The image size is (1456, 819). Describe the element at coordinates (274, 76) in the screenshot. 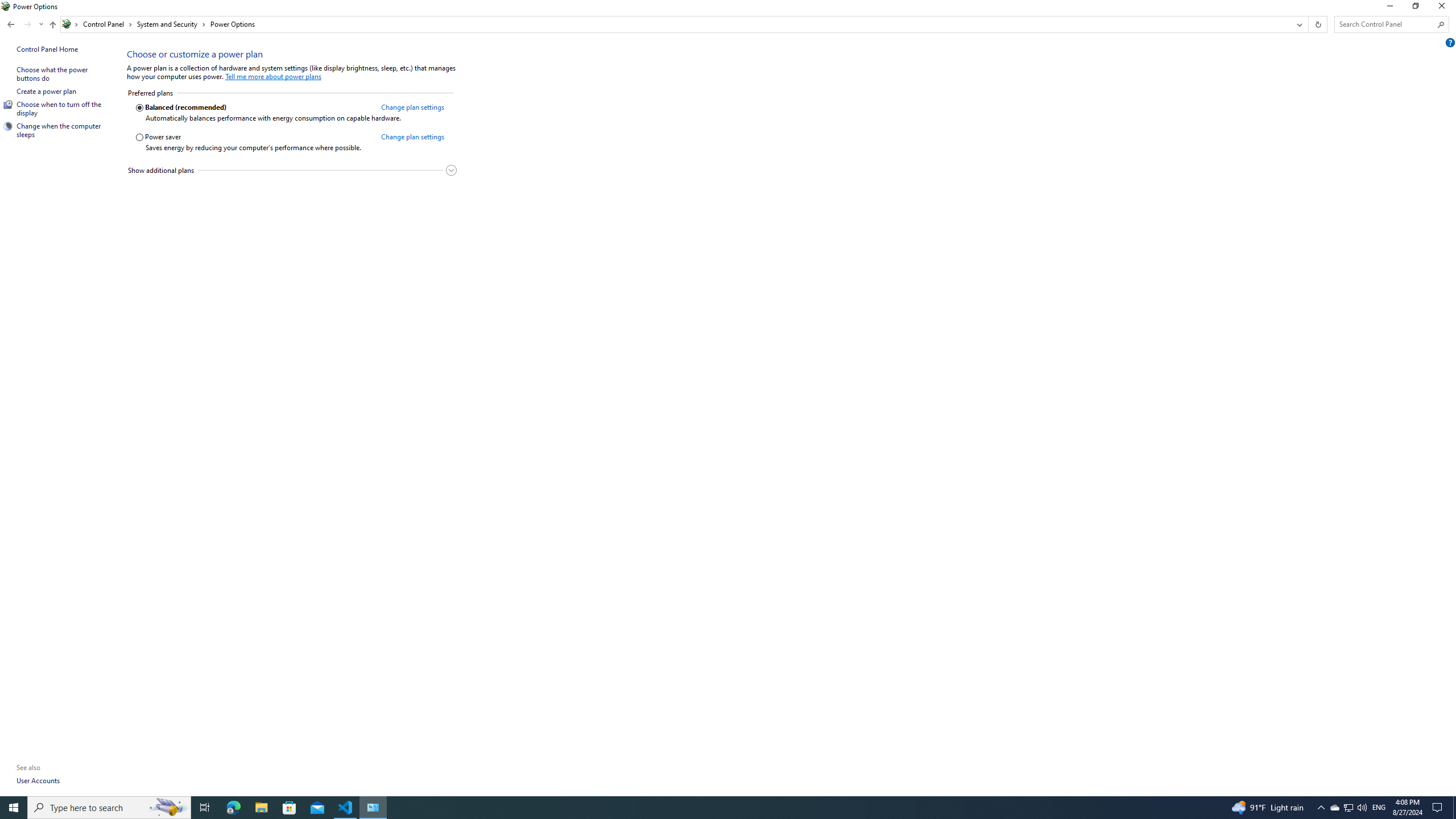

I see `'Tell me more about power plans'` at that location.